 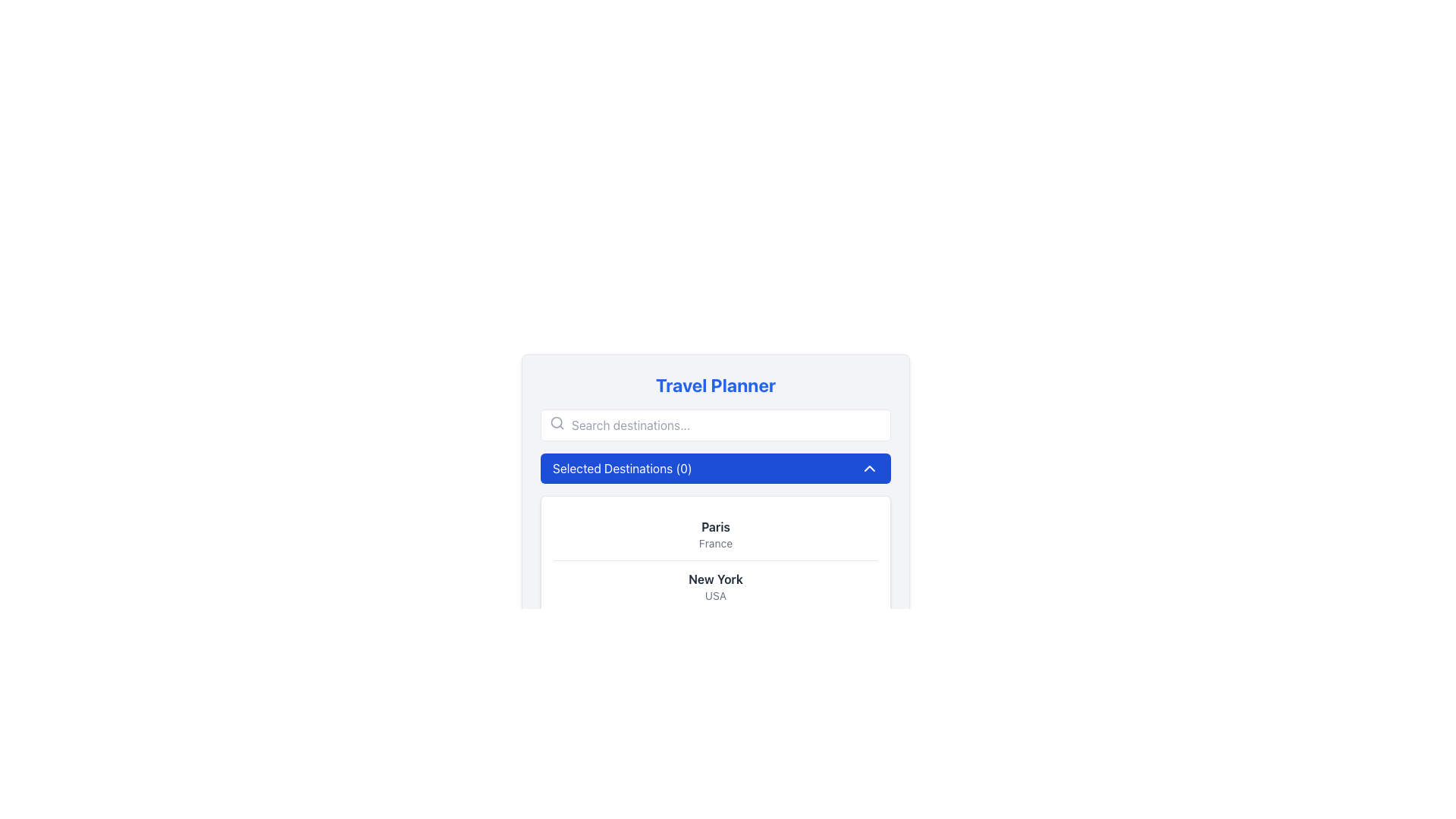 I want to click on the 'Travel Planner' text header, which is styled in bold blue font and serves as the main title above the search input, so click(x=715, y=384).